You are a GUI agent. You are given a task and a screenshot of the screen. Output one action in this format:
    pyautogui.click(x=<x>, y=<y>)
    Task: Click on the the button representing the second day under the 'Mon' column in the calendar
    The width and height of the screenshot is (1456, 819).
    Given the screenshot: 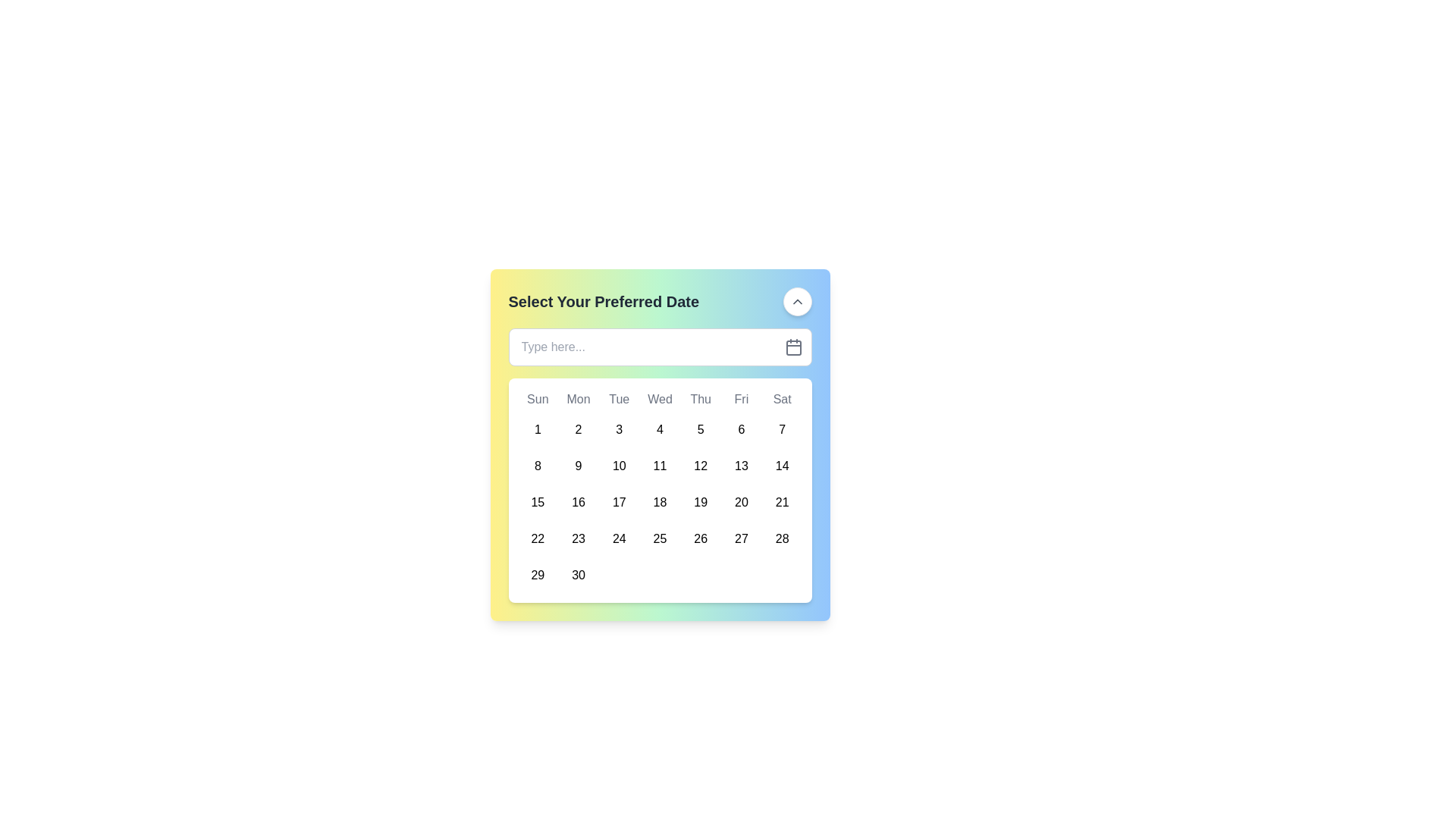 What is the action you would take?
    pyautogui.click(x=578, y=430)
    